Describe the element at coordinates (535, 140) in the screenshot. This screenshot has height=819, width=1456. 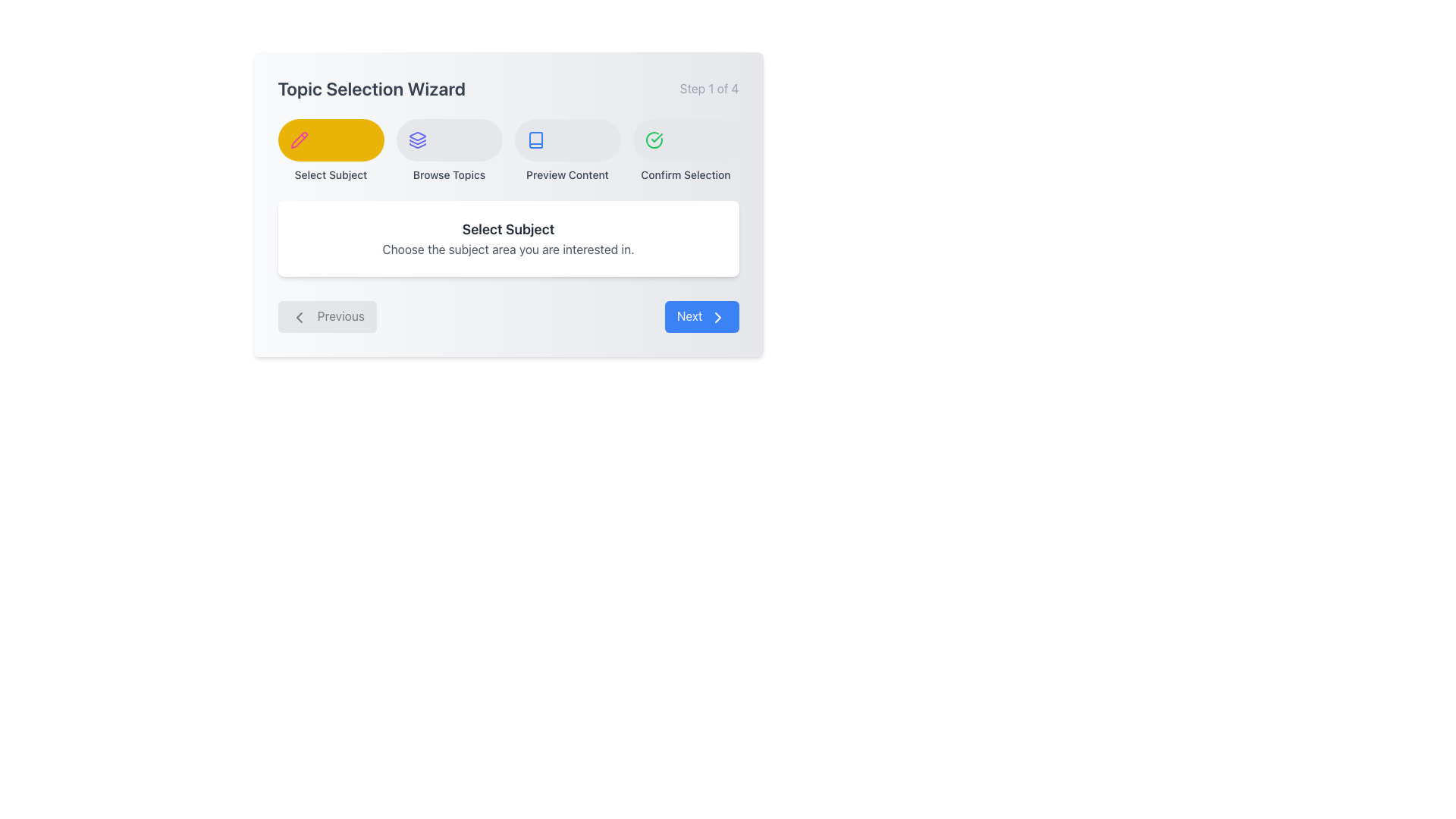
I see `the book-shaped SVG icon with a blue stroke outline located in the 'Preview Content' section to proceed to the preview content` at that location.